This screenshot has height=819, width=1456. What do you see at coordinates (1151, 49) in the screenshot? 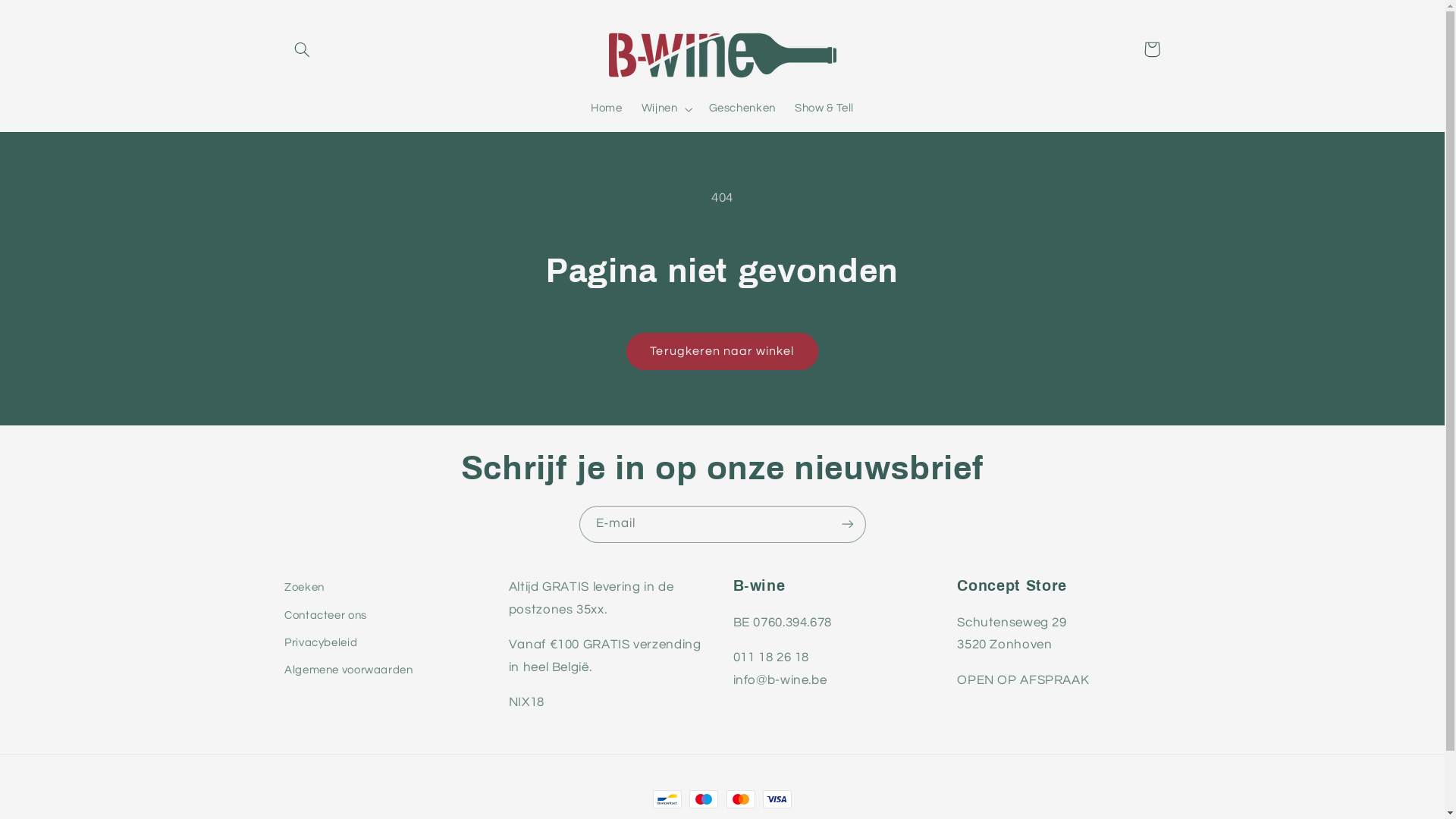
I see `'Winkelwagen'` at bounding box center [1151, 49].